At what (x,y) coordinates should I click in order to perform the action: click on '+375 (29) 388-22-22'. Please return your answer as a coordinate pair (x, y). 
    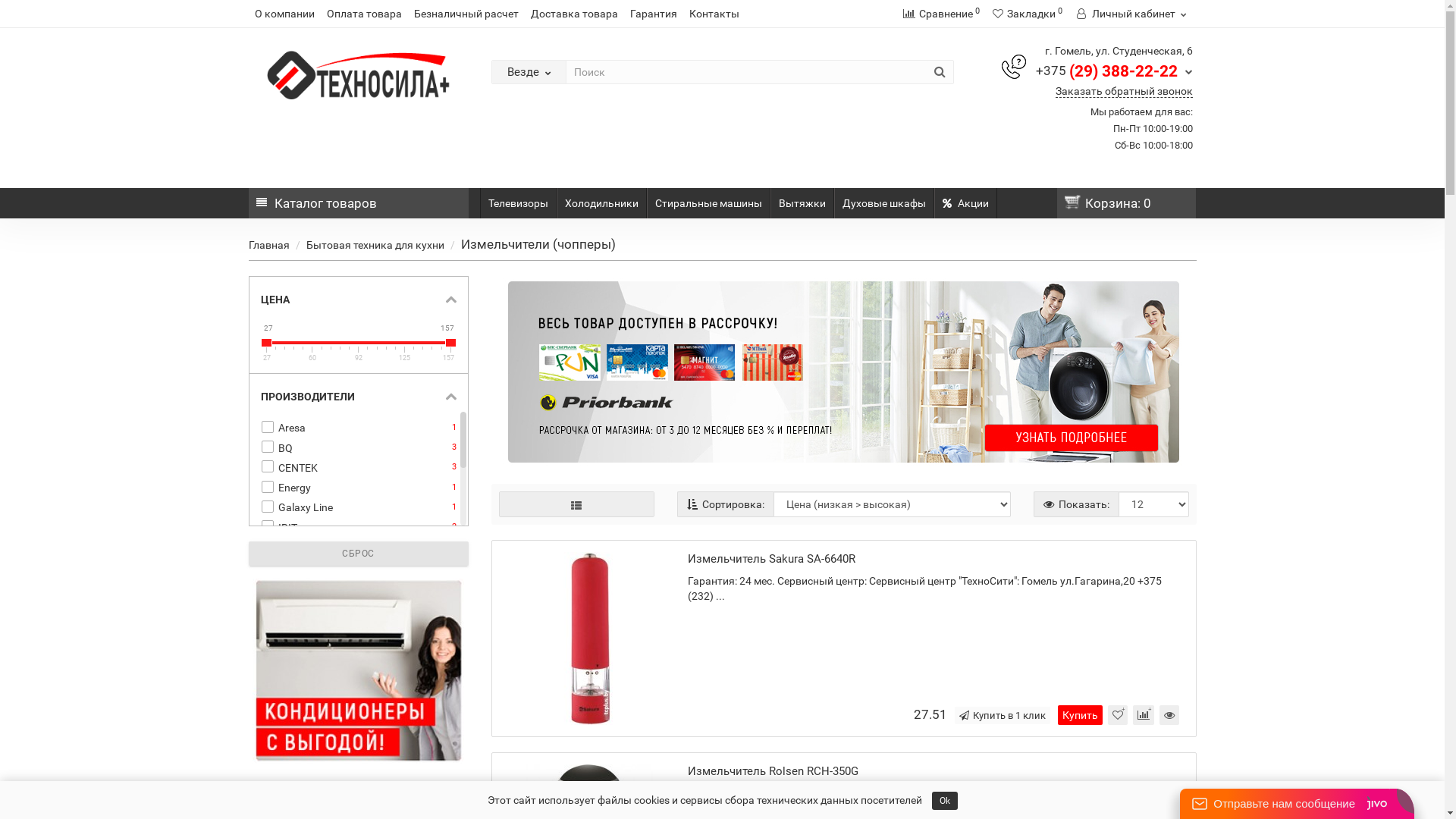
    Looking at the image, I should click on (1114, 70).